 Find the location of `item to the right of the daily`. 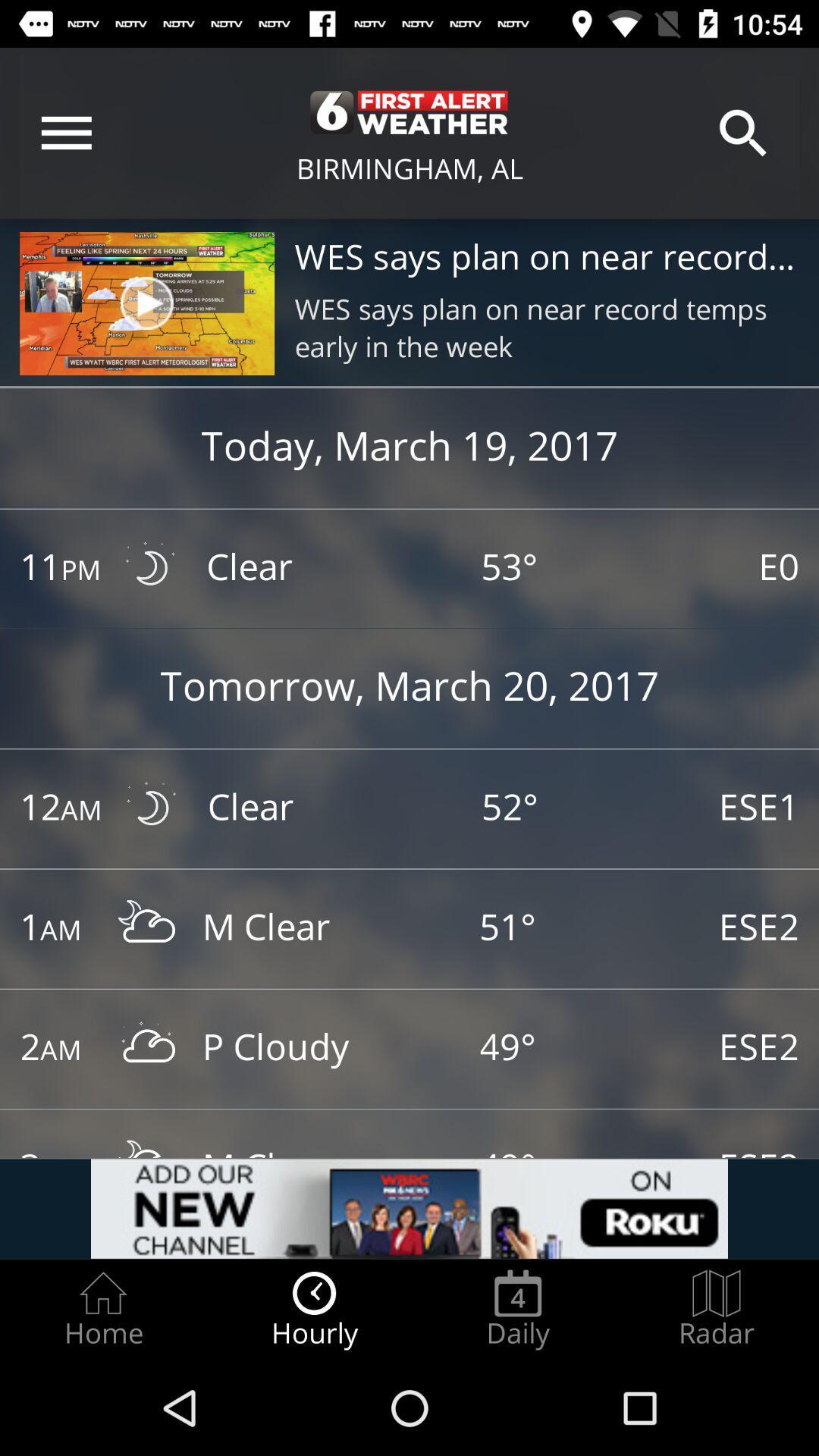

item to the right of the daily is located at coordinates (717, 1309).